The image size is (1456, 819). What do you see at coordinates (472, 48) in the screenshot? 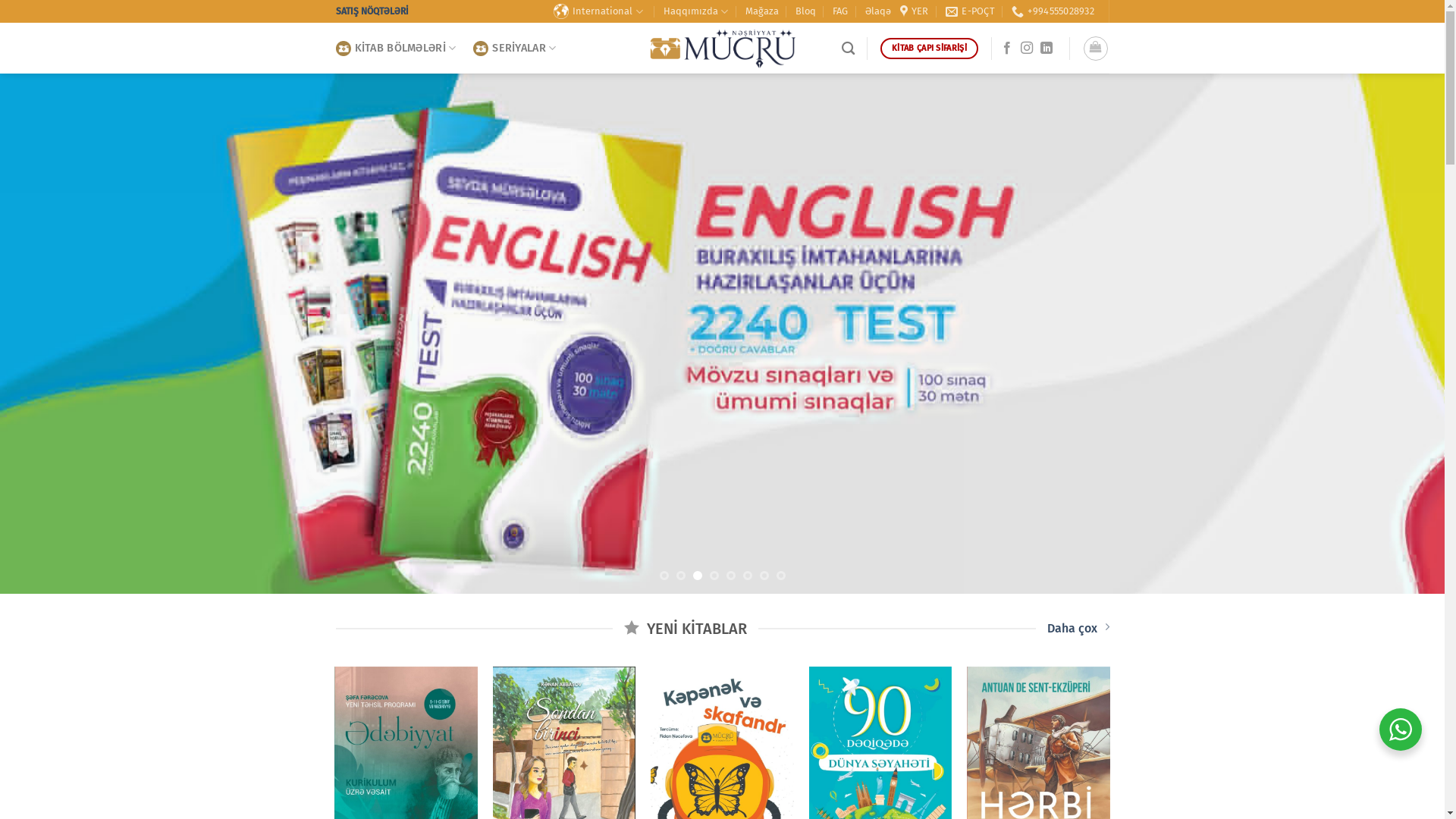
I see `'SERIYALAR'` at bounding box center [472, 48].